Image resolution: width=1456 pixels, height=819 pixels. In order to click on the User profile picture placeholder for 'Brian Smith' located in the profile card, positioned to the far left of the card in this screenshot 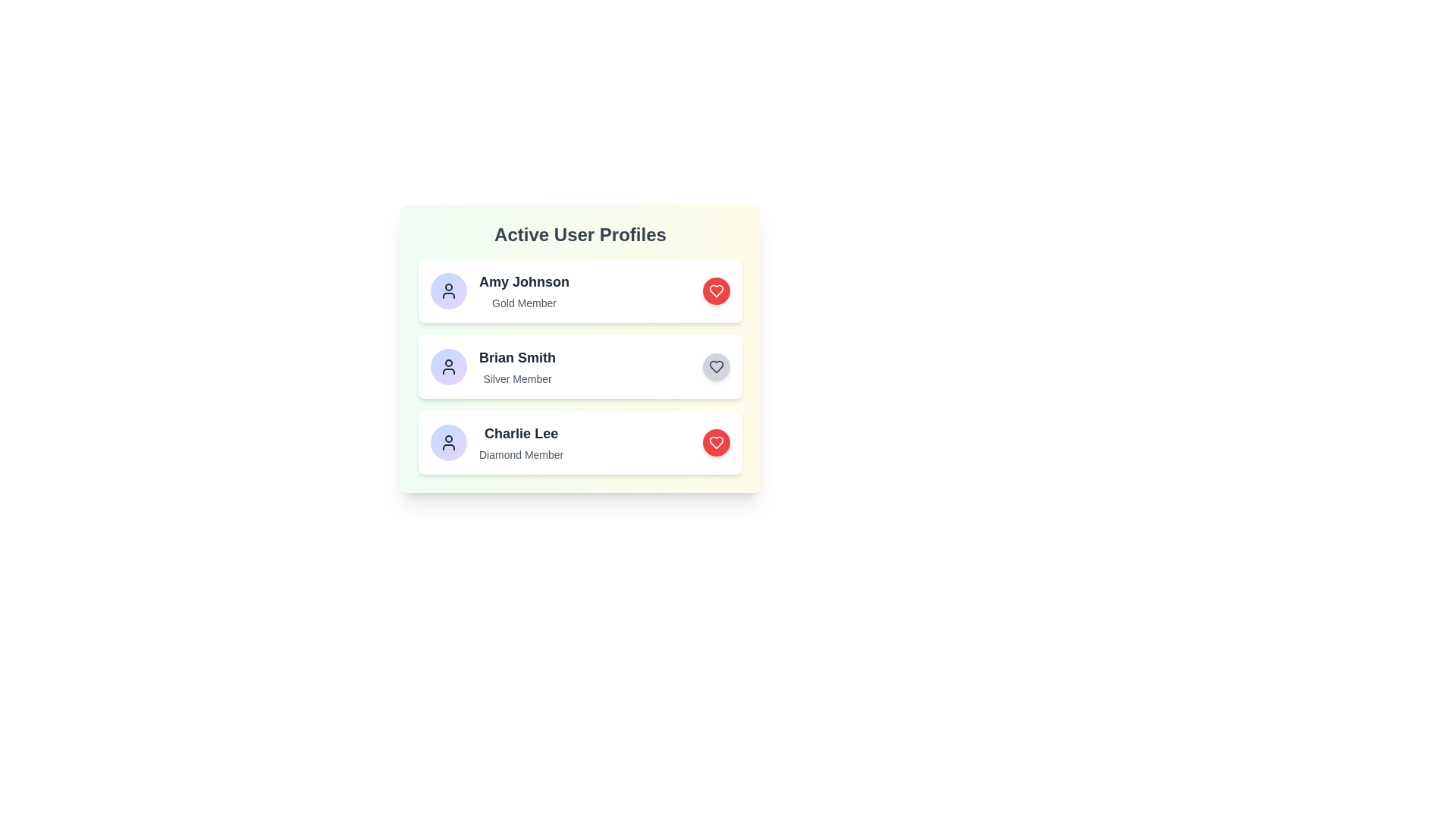, I will do `click(447, 366)`.